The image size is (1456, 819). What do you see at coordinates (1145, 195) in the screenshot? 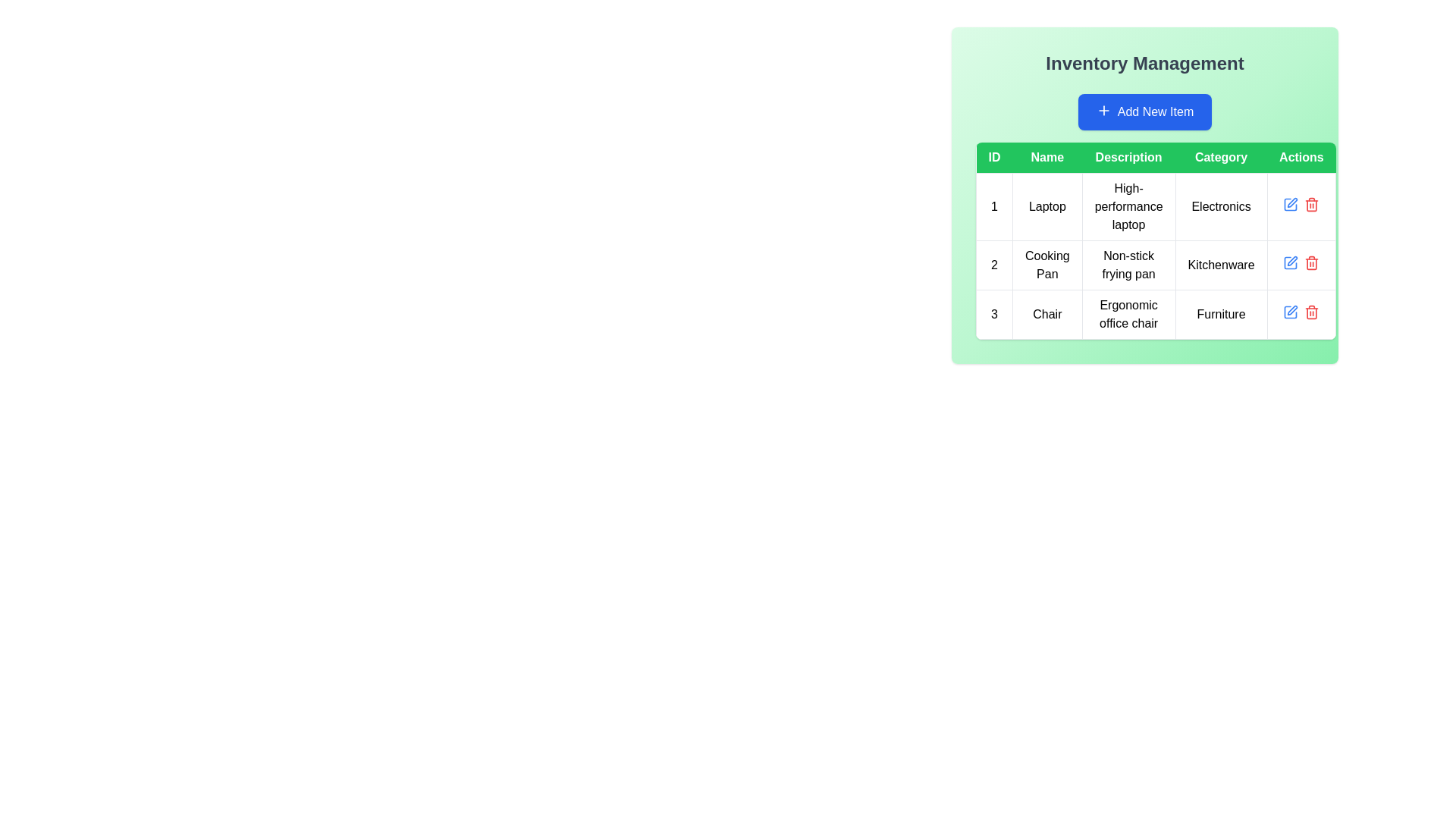
I see `the Text display cell that provides a brief description of the product 'Laptop', located in the first row under the 'Description' header` at bounding box center [1145, 195].